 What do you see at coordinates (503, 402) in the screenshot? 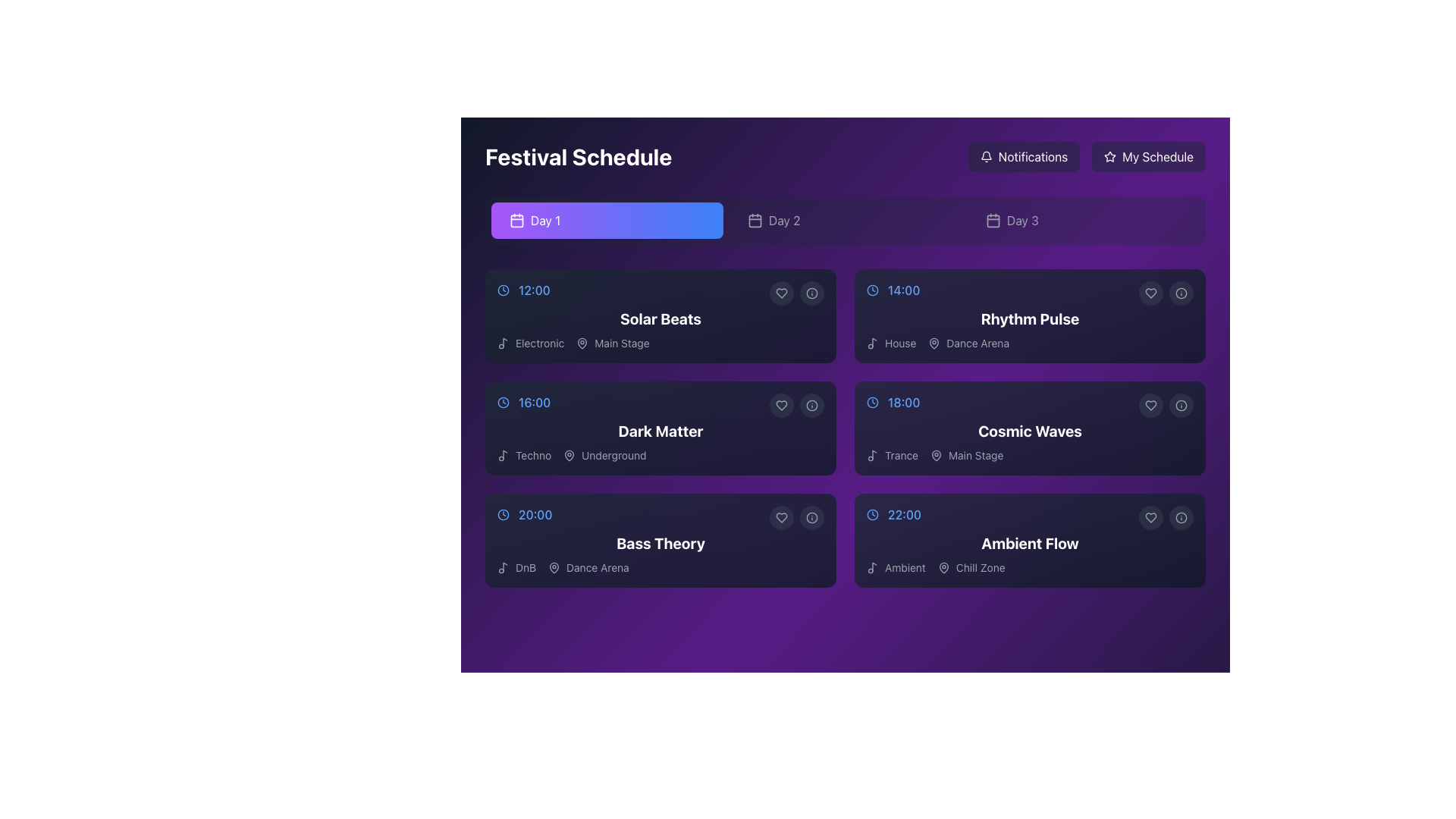
I see `the decorative clock icon located in the card listing for the event 'Dark Matter', which is positioned in the second row, first column of the event schedule layout, adjacent to the time '16:00'` at bounding box center [503, 402].